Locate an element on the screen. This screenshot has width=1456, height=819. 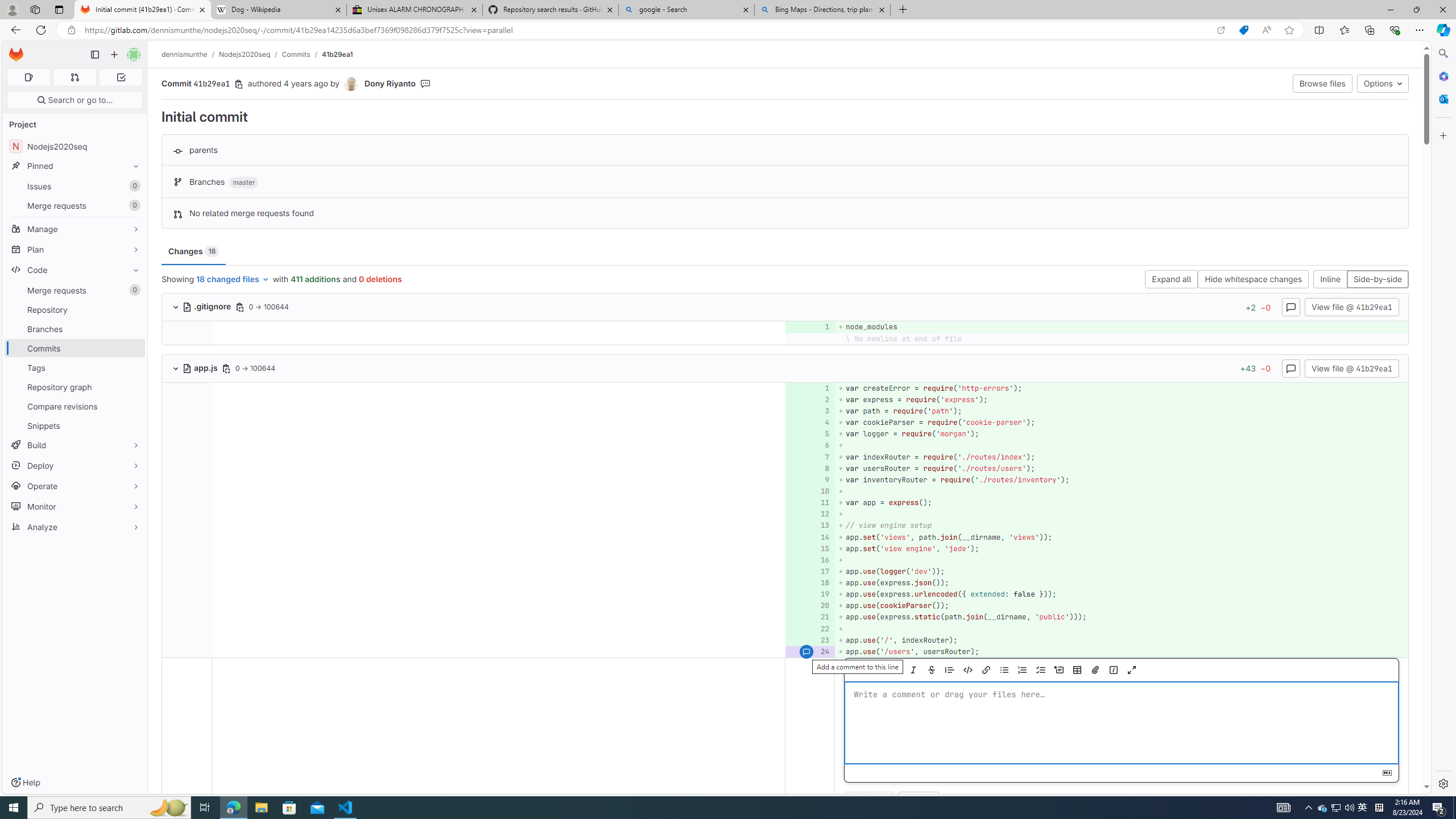
'Add a comment to this line 8' is located at coordinates (809, 468).